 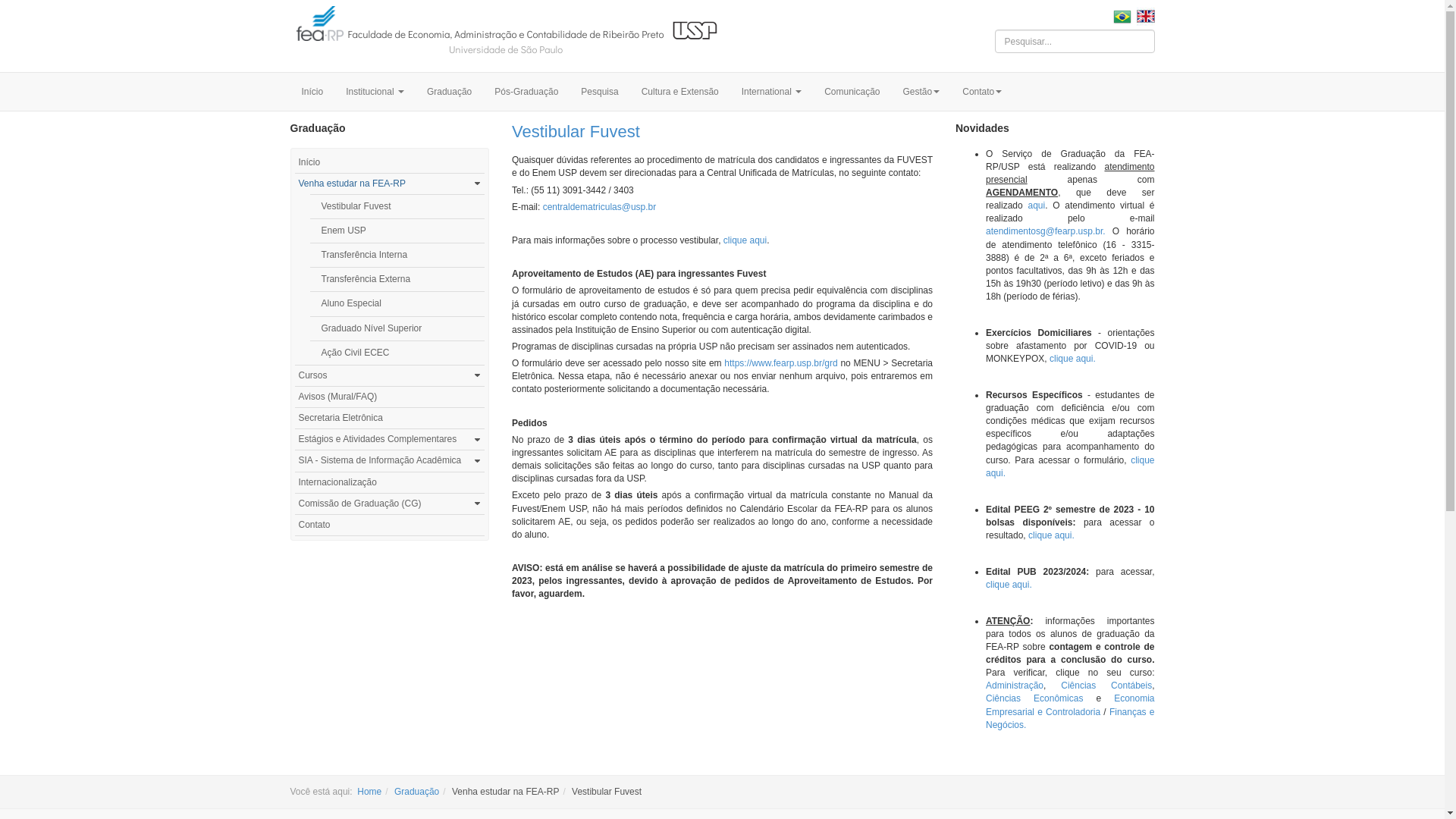 What do you see at coordinates (397, 231) in the screenshot?
I see `'Enem USP'` at bounding box center [397, 231].